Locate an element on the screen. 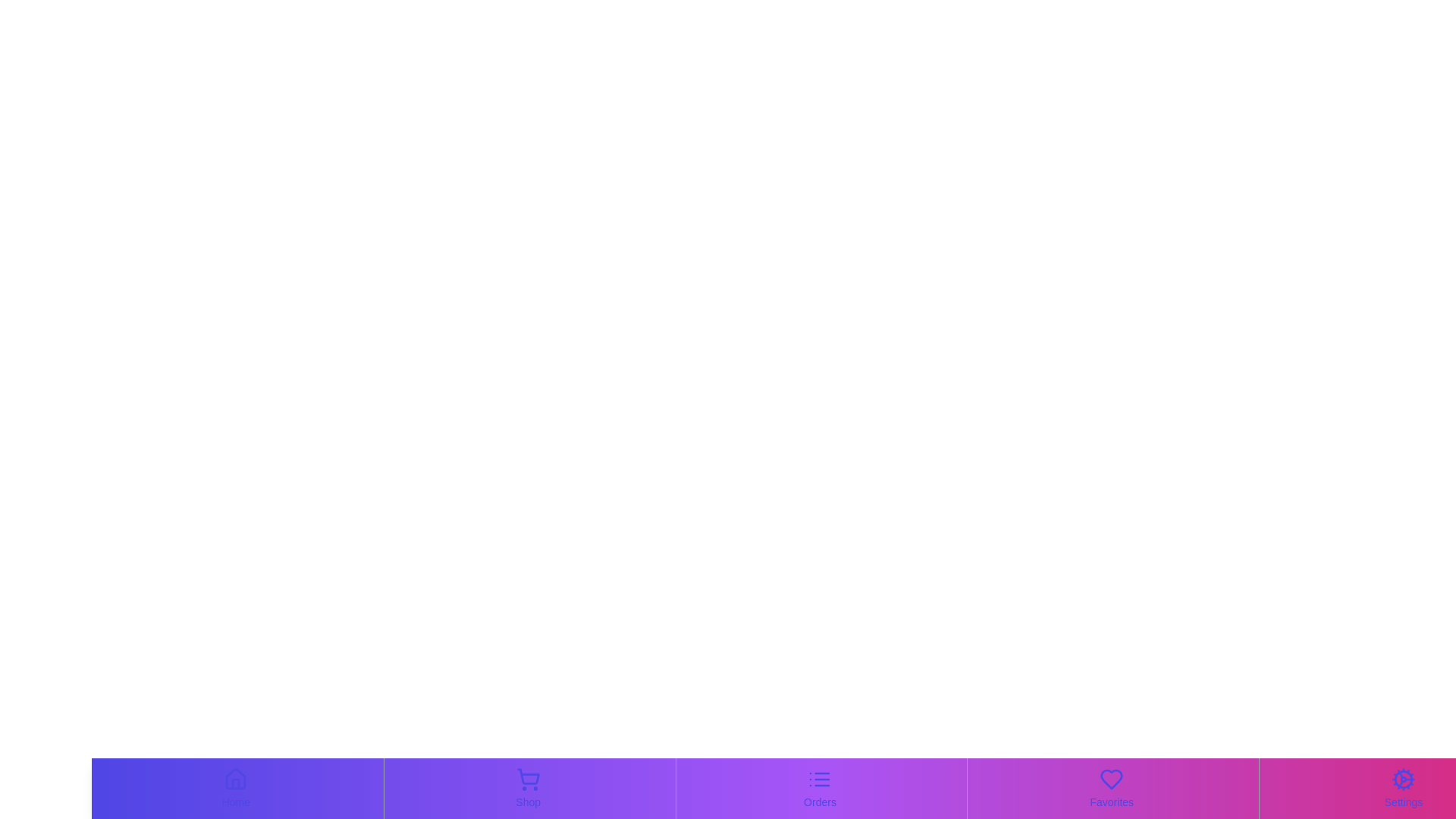 Image resolution: width=1456 pixels, height=819 pixels. the Settings tab by clicking on its corresponding button is located at coordinates (1403, 788).